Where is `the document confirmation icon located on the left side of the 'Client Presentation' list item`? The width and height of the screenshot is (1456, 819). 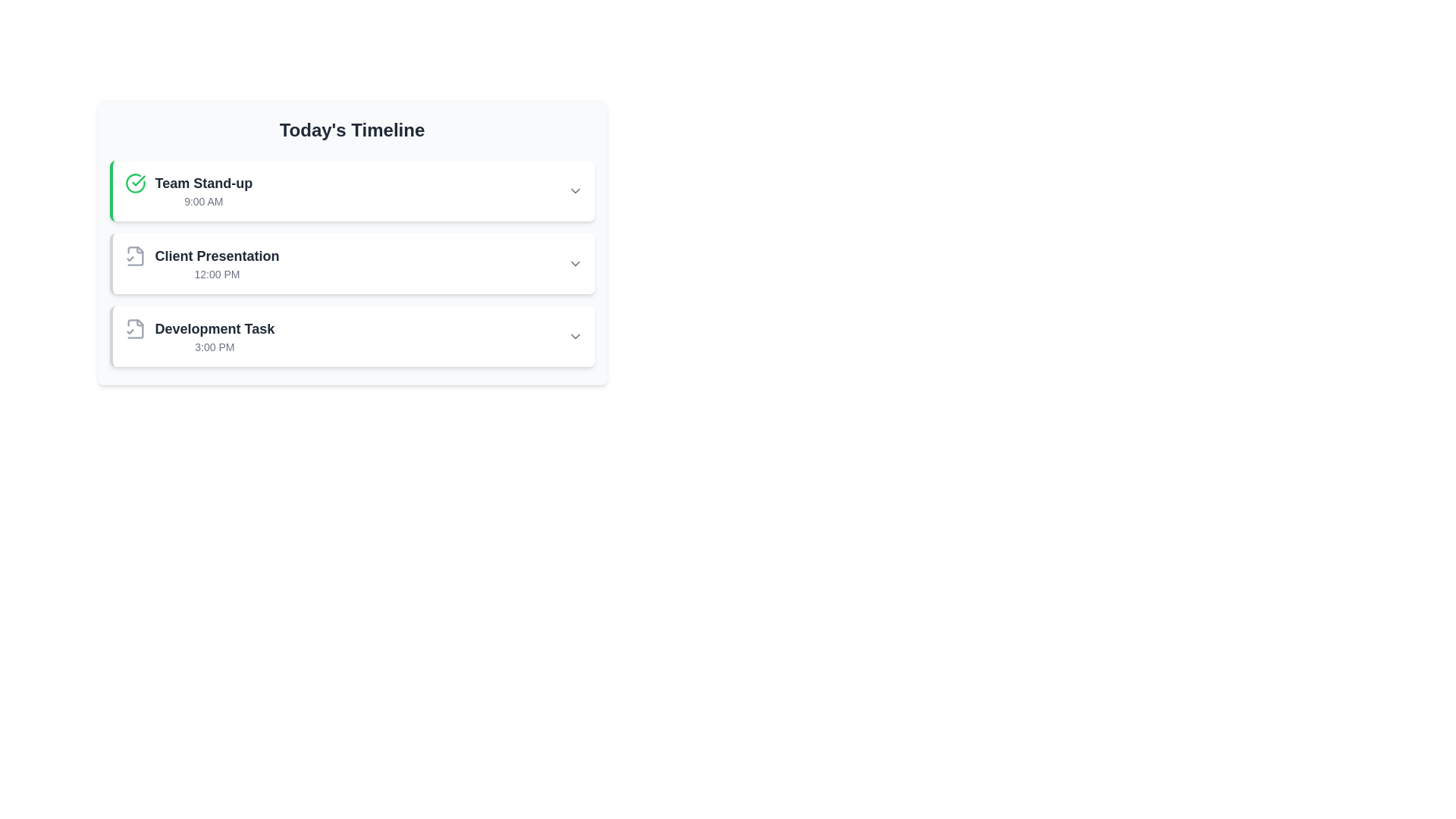
the document confirmation icon located on the left side of the 'Client Presentation' list item is located at coordinates (135, 256).